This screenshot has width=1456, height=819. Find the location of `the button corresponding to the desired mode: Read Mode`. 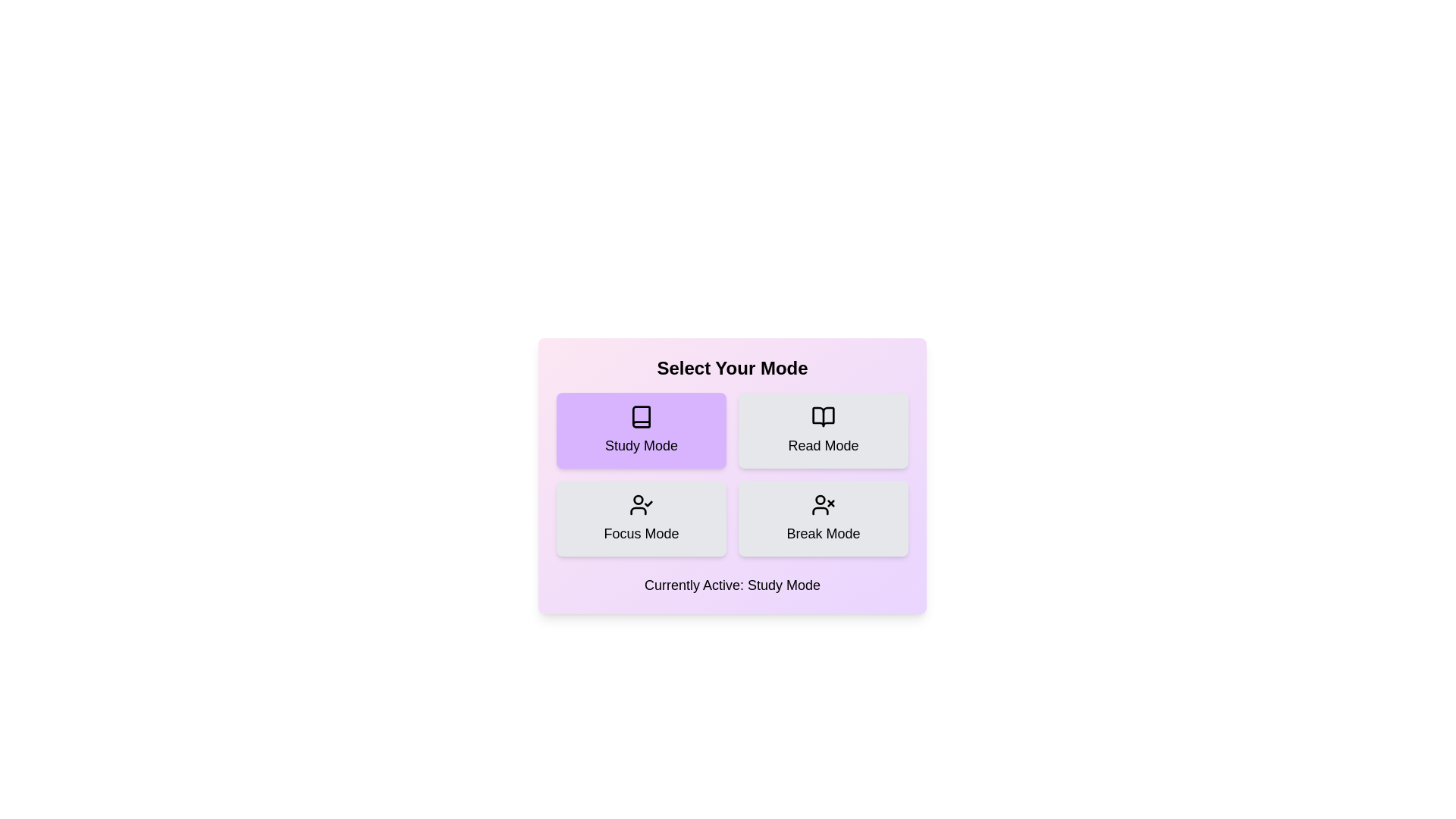

the button corresponding to the desired mode: Read Mode is located at coordinates (822, 430).